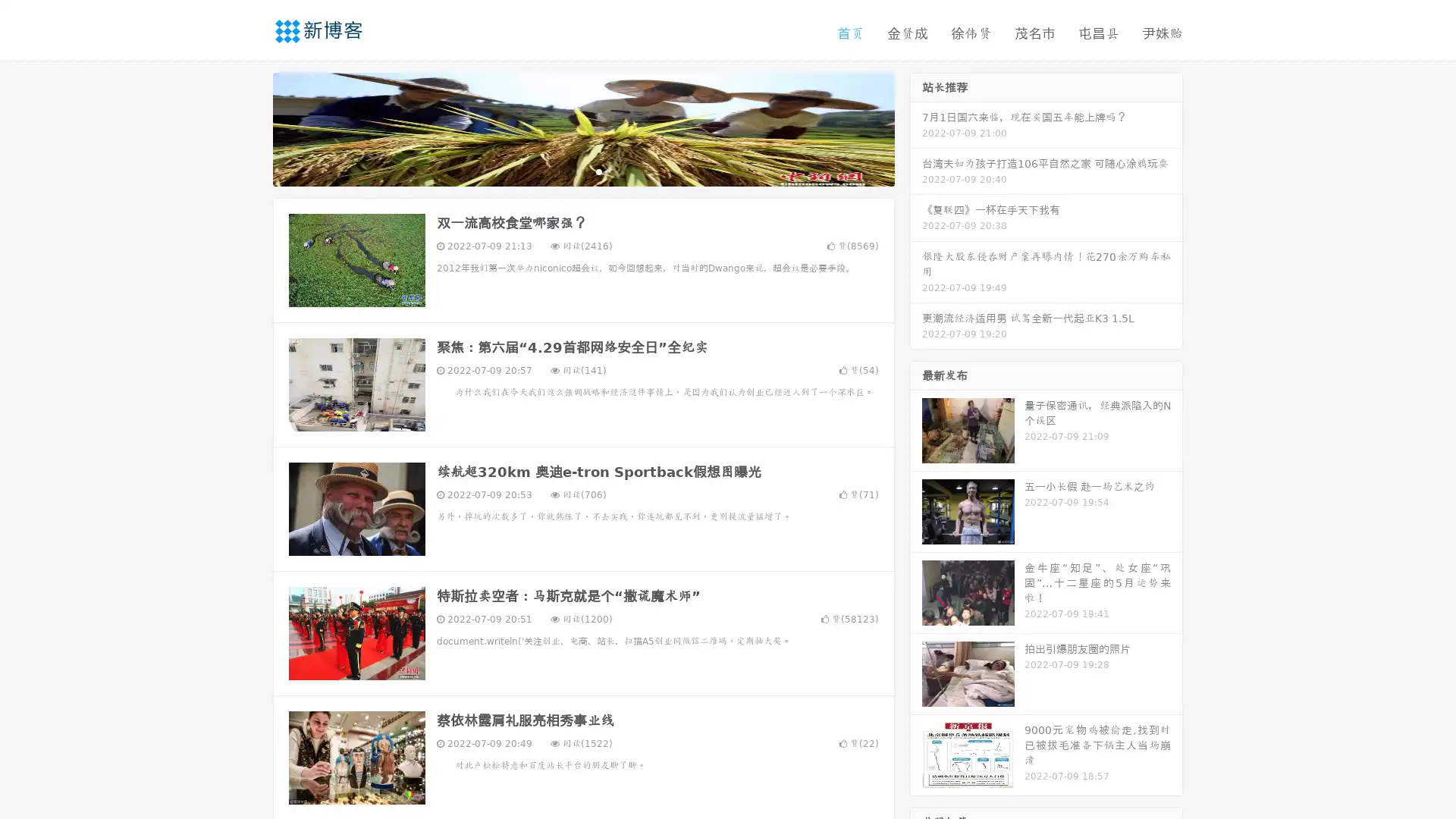 The height and width of the screenshot is (819, 1456). Describe the element at coordinates (916, 127) in the screenshot. I see `Next slide` at that location.